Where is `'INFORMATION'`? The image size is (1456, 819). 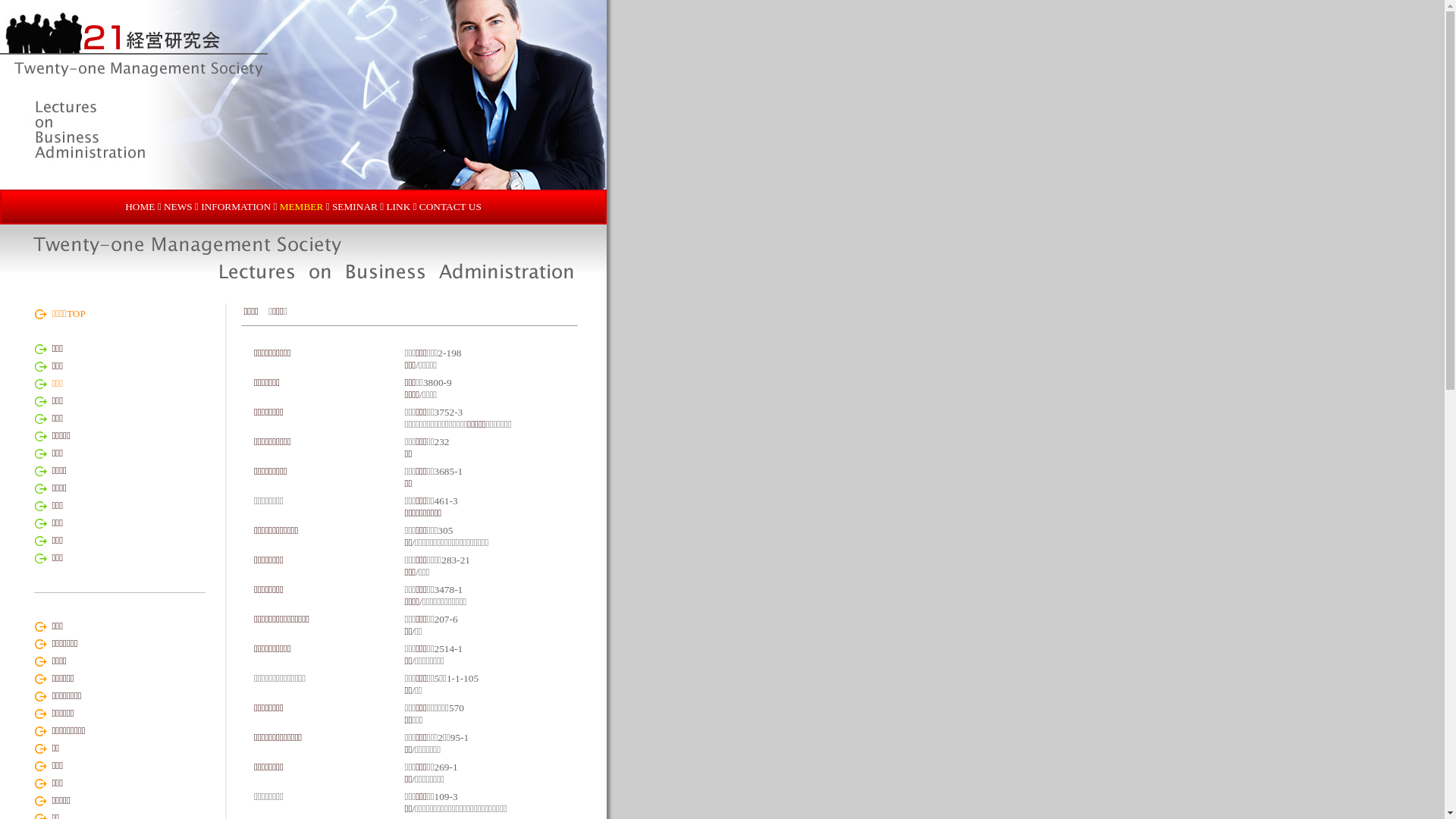
'INFORMATION' is located at coordinates (235, 206).